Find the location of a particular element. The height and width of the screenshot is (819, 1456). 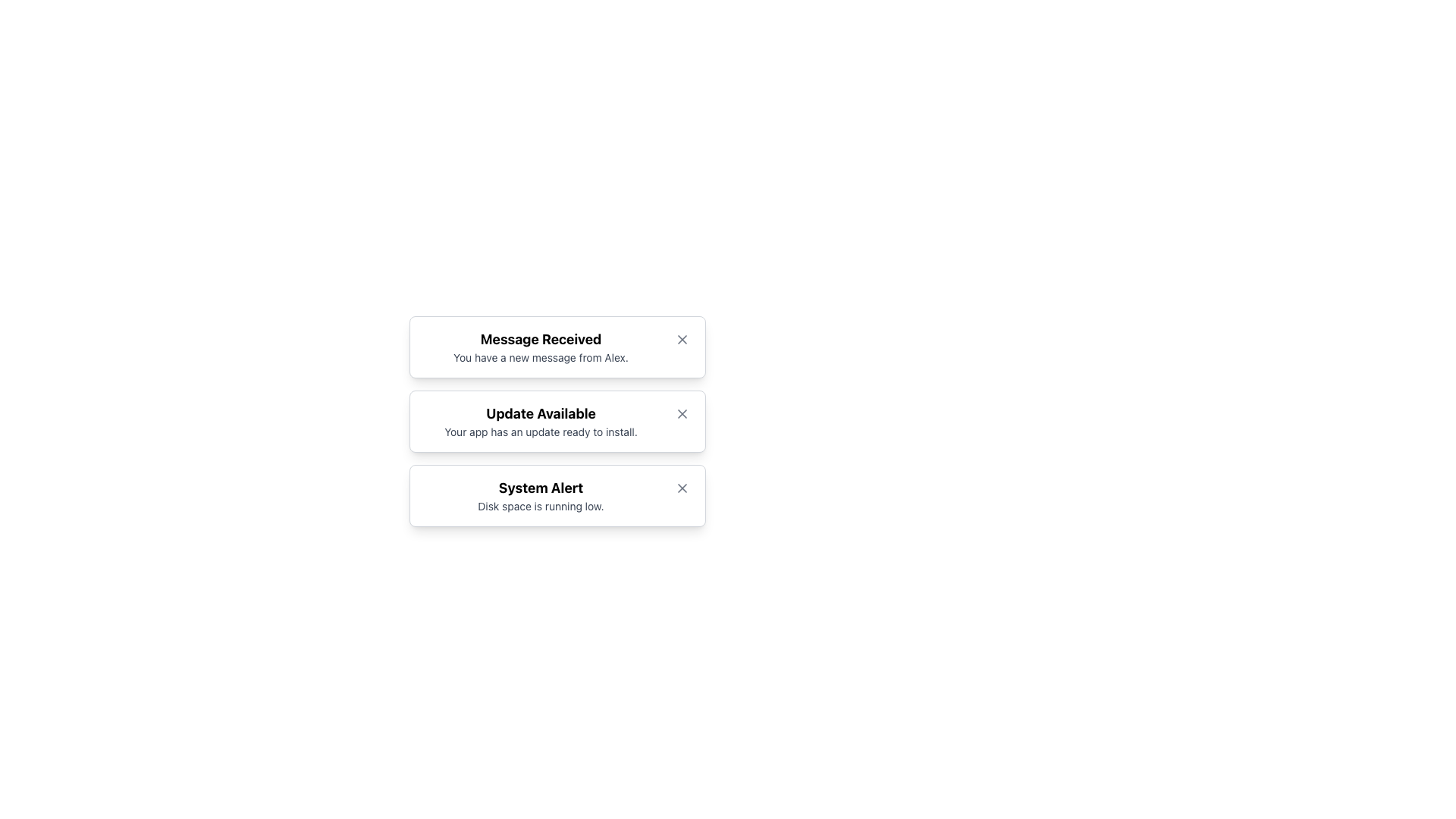

text content of the third alert notification message located in the vertically stacked alert box is located at coordinates (541, 496).